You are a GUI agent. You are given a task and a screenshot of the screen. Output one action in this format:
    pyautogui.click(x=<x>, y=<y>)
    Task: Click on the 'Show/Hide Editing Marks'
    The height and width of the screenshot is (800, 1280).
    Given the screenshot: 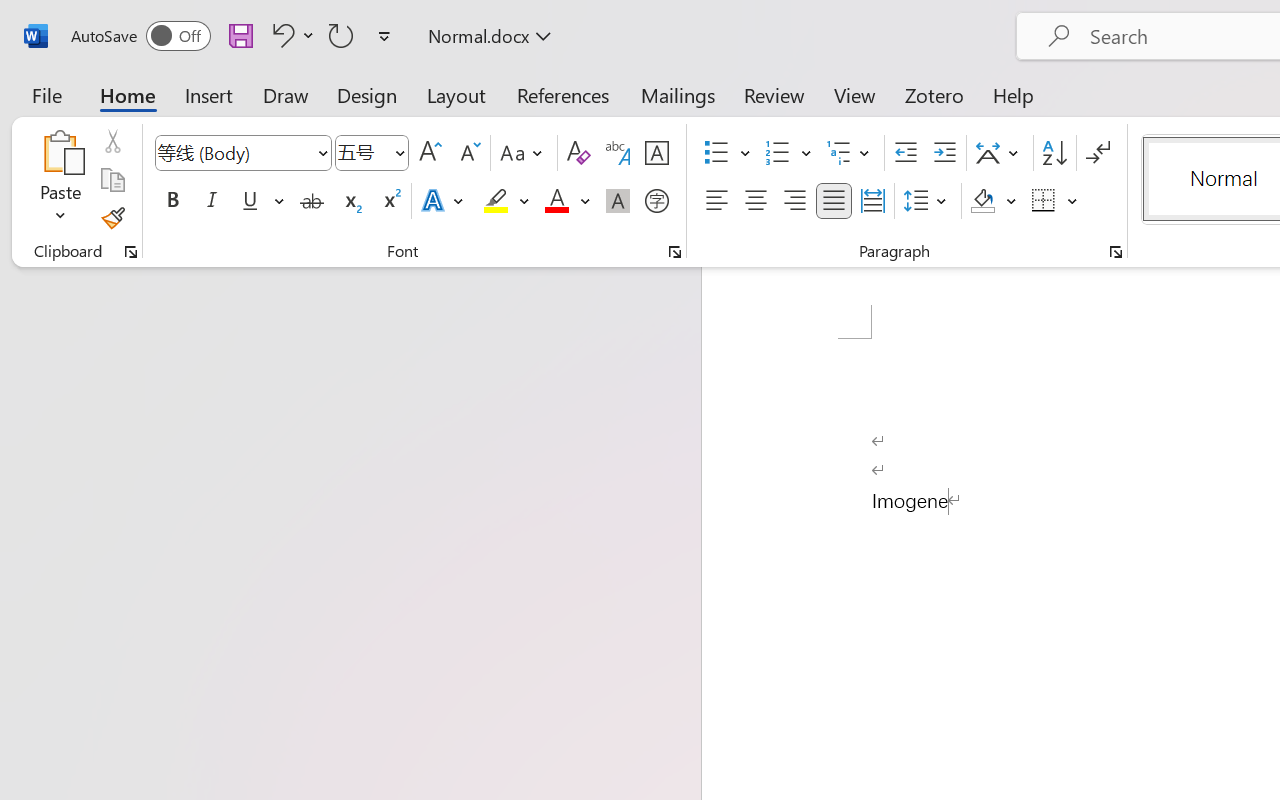 What is the action you would take?
    pyautogui.click(x=1097, y=153)
    